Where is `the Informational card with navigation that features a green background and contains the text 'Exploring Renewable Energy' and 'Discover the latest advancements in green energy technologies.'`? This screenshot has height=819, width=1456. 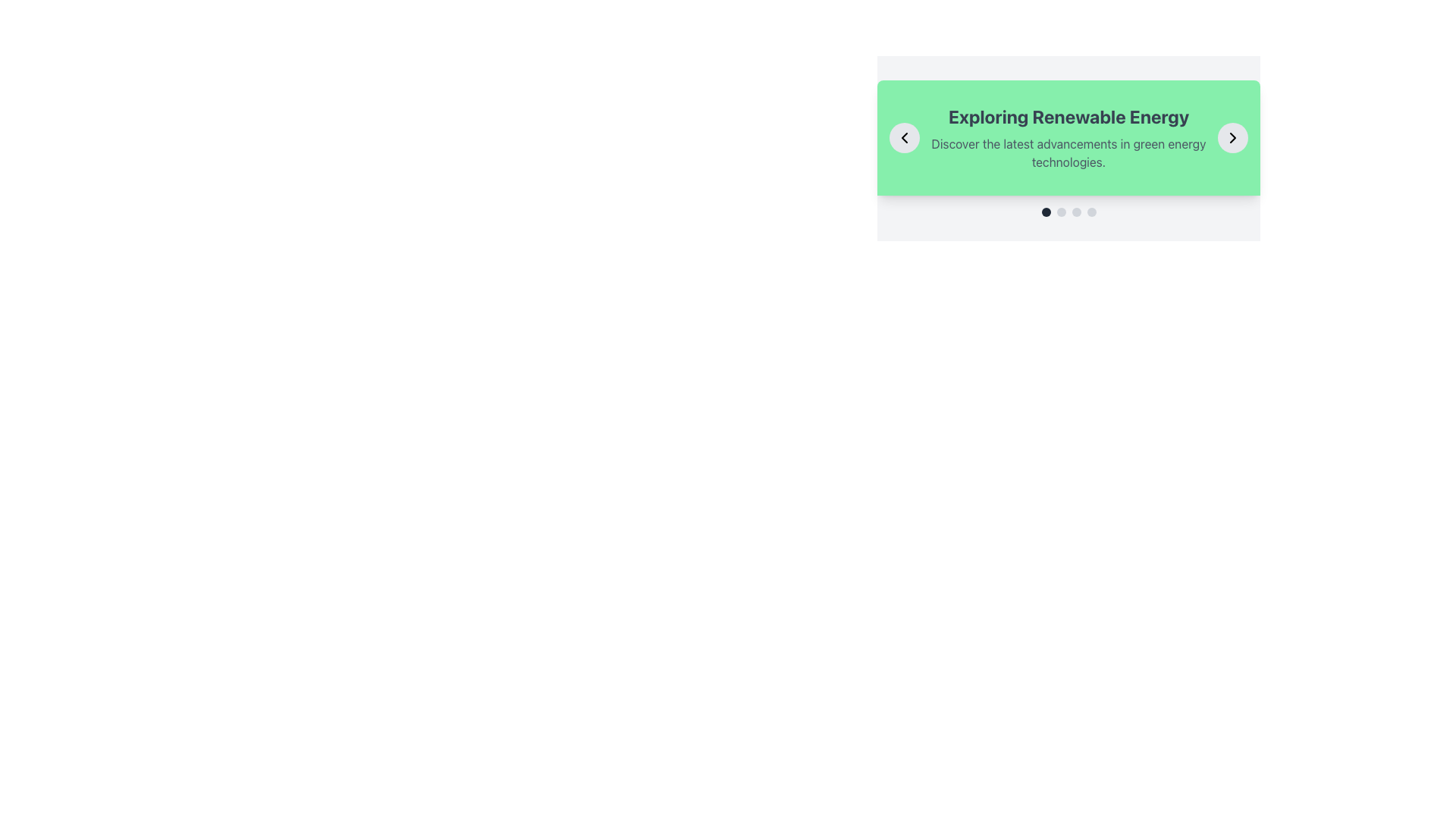 the Informational card with navigation that features a green background and contains the text 'Exploring Renewable Energy' and 'Discover the latest advancements in green energy technologies.' is located at coordinates (1068, 137).